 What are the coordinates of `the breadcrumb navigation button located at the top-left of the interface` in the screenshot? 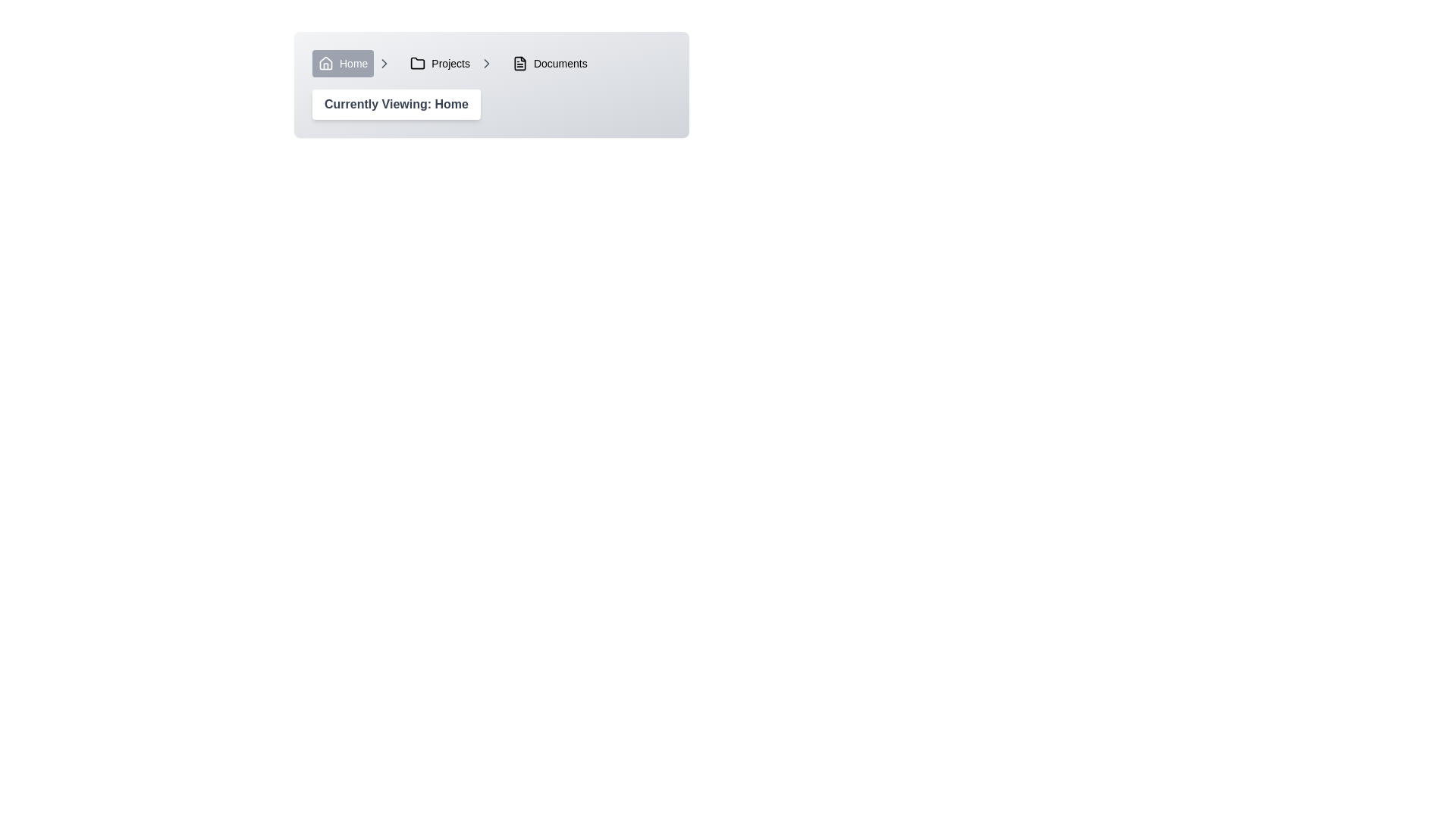 It's located at (342, 63).